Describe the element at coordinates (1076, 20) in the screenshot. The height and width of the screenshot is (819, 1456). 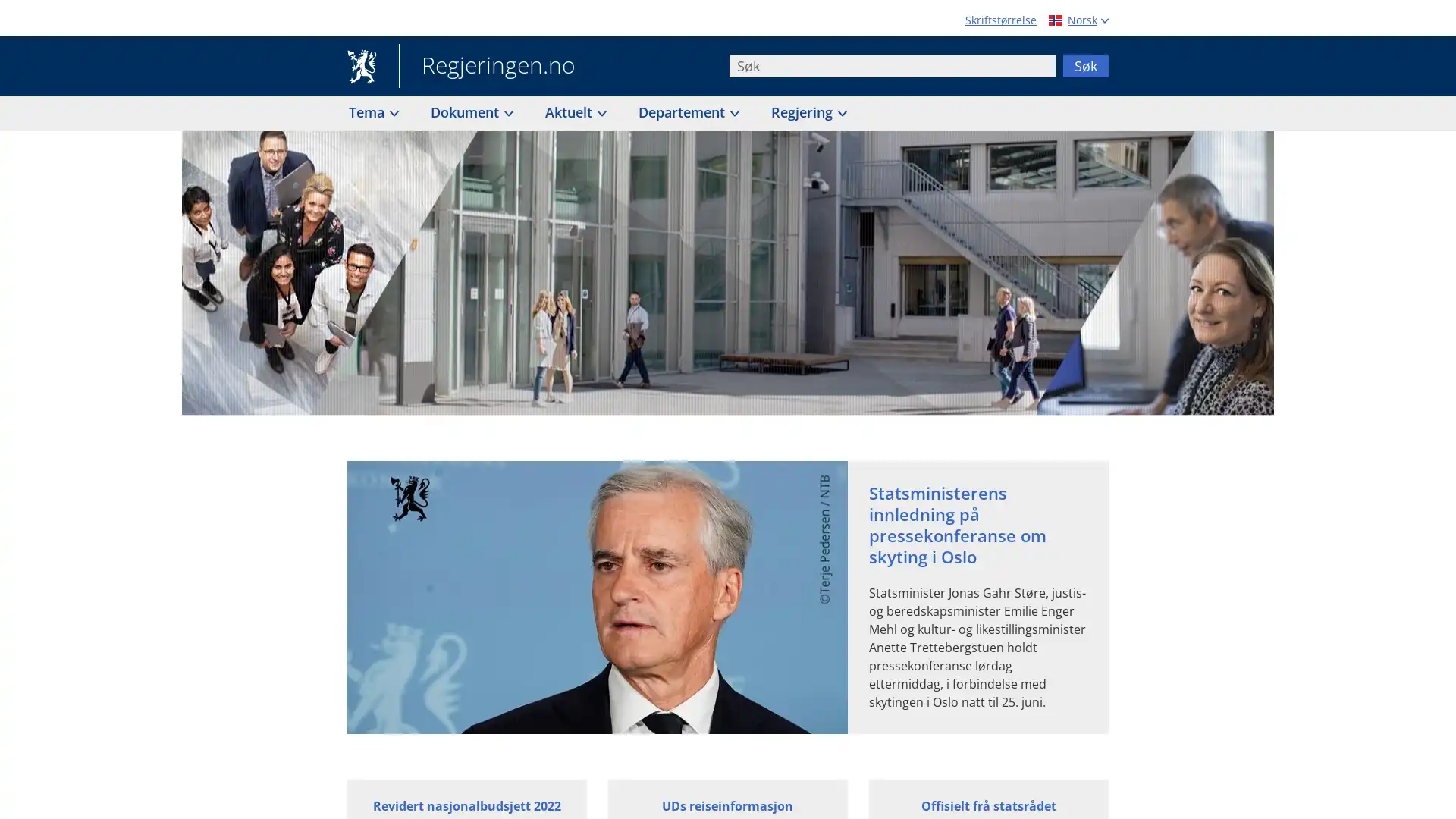
I see `Norsk` at that location.